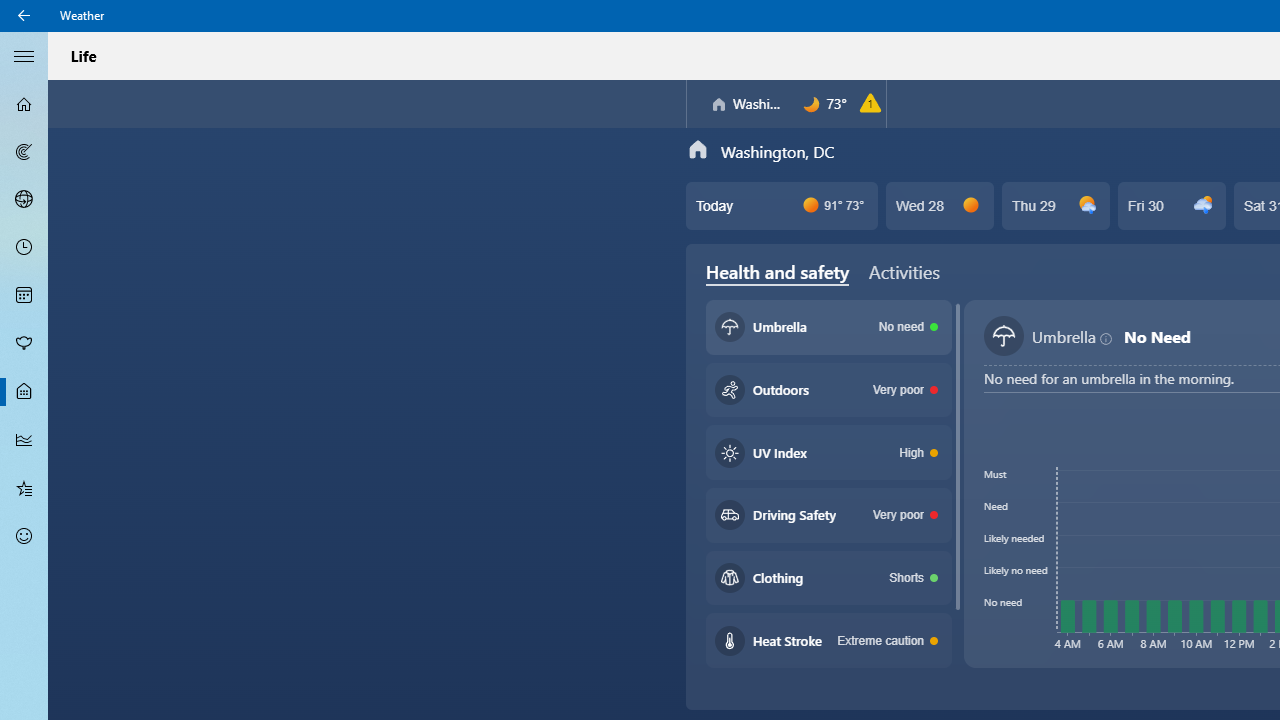 This screenshot has height=720, width=1280. I want to click on 'Pollen - Not Selected', so click(24, 342).